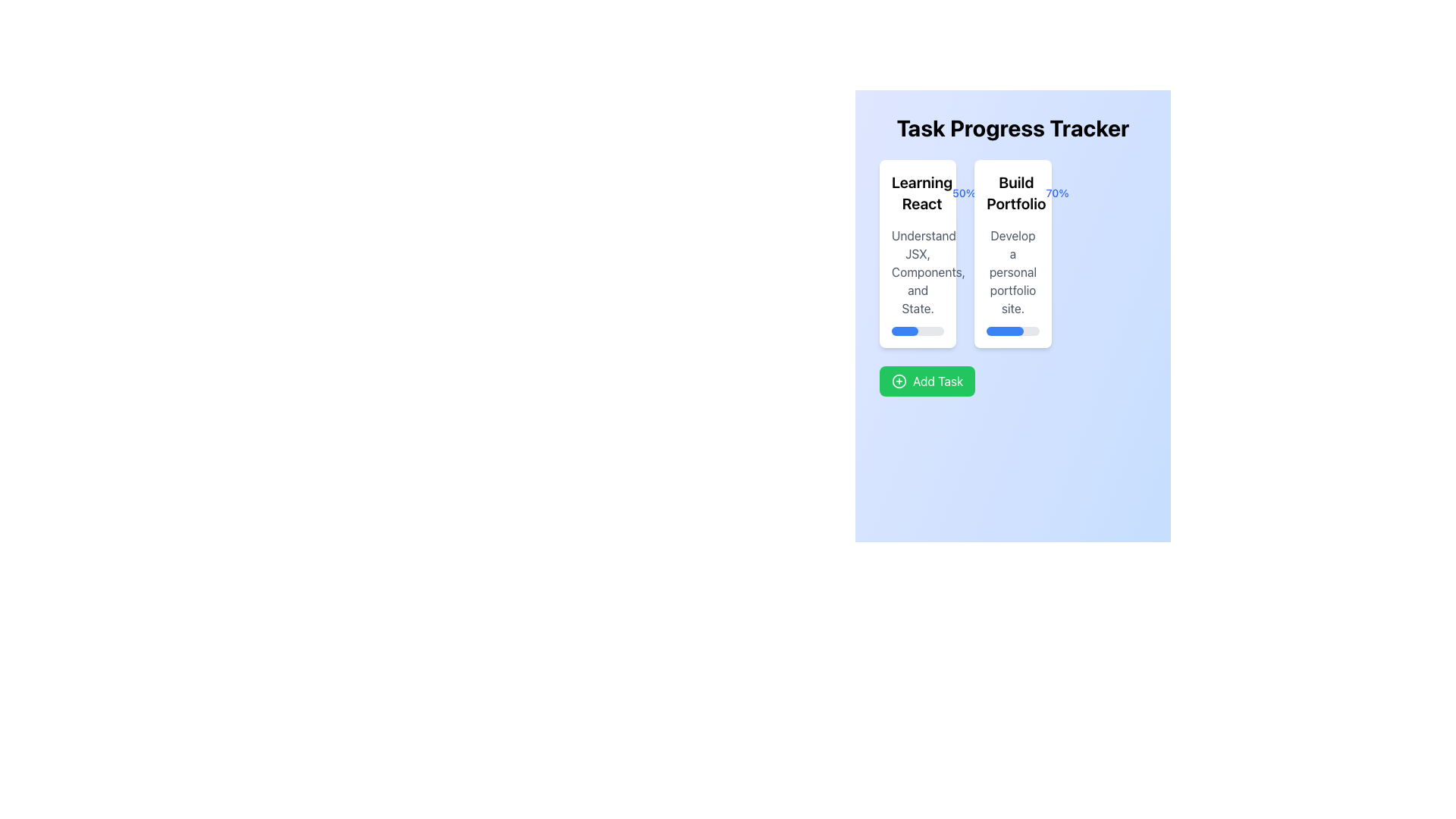 The height and width of the screenshot is (819, 1456). What do you see at coordinates (1016, 192) in the screenshot?
I see `the bold text label displaying 'Build Portfolio' which is positioned above the percentage label in the second card on the center-right of the interface` at bounding box center [1016, 192].